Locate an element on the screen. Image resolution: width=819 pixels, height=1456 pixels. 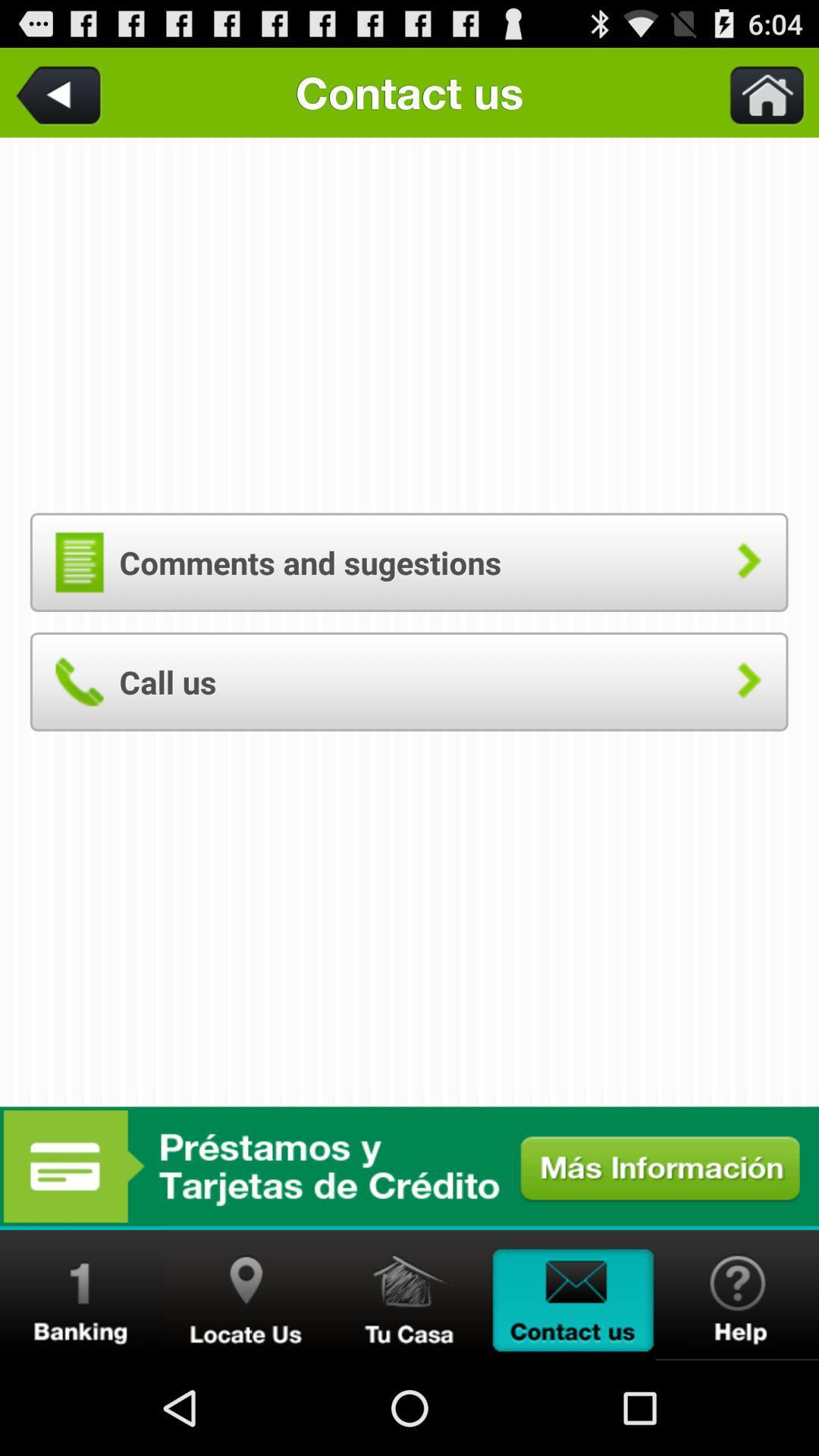
banking category is located at coordinates (82, 1294).